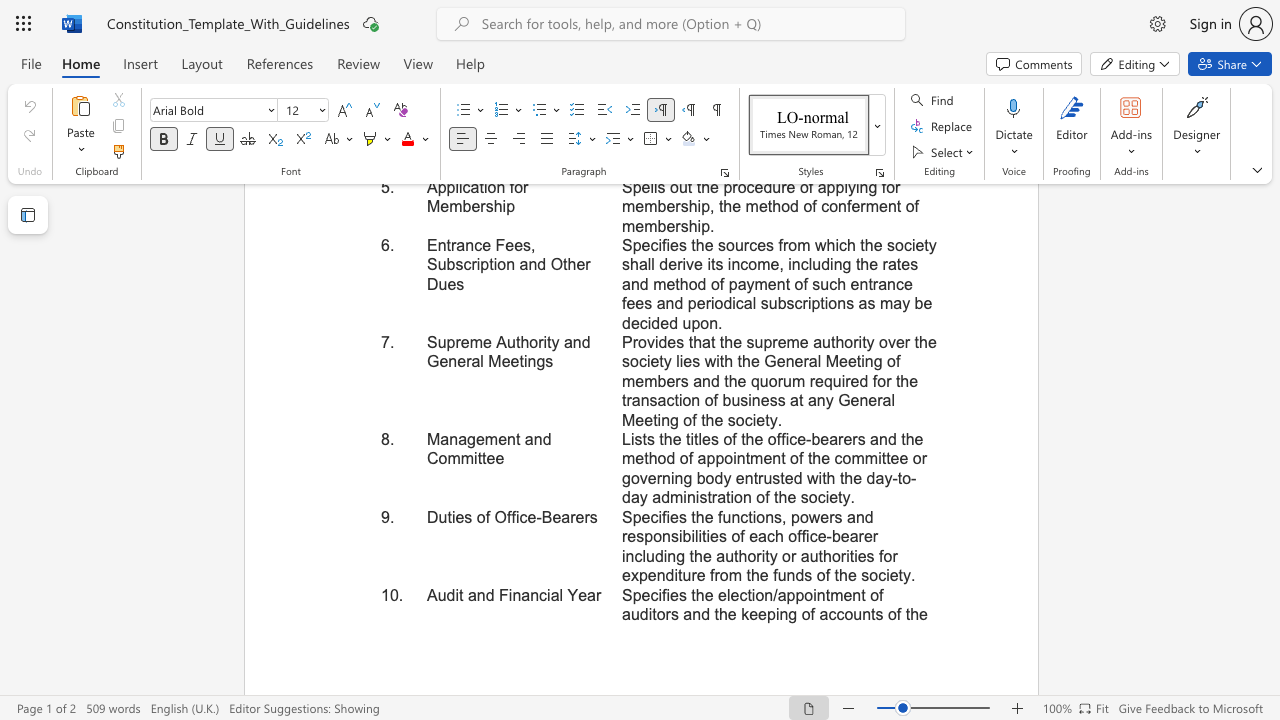  Describe the element at coordinates (586, 594) in the screenshot. I see `the subset text "ar" within the text "Audit and Financial Year"` at that location.